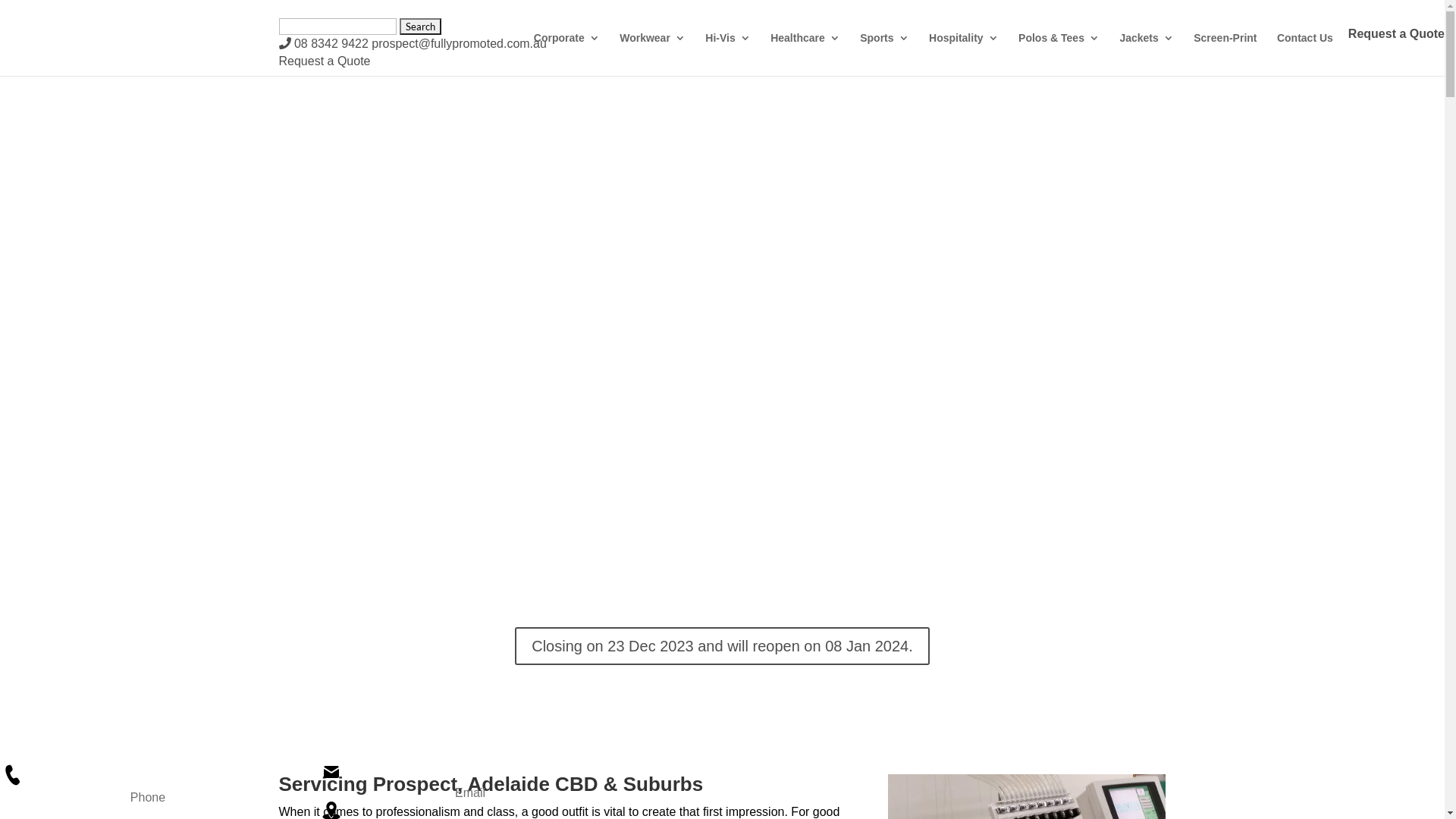 Image resolution: width=1456 pixels, height=819 pixels. I want to click on 'Request a Quote', so click(324, 60).